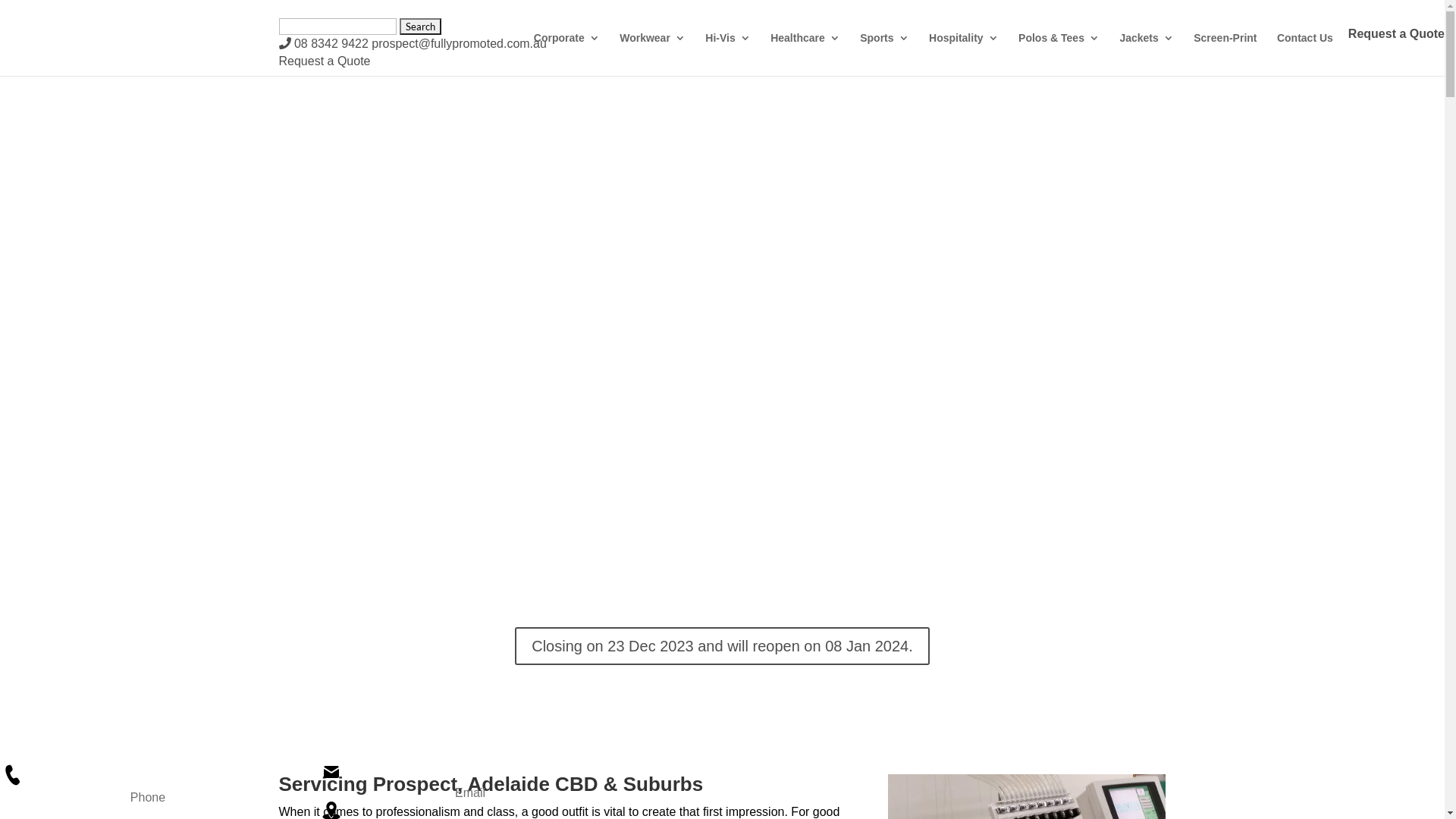 Image resolution: width=1456 pixels, height=819 pixels. I want to click on 'Request a Quote', so click(324, 60).